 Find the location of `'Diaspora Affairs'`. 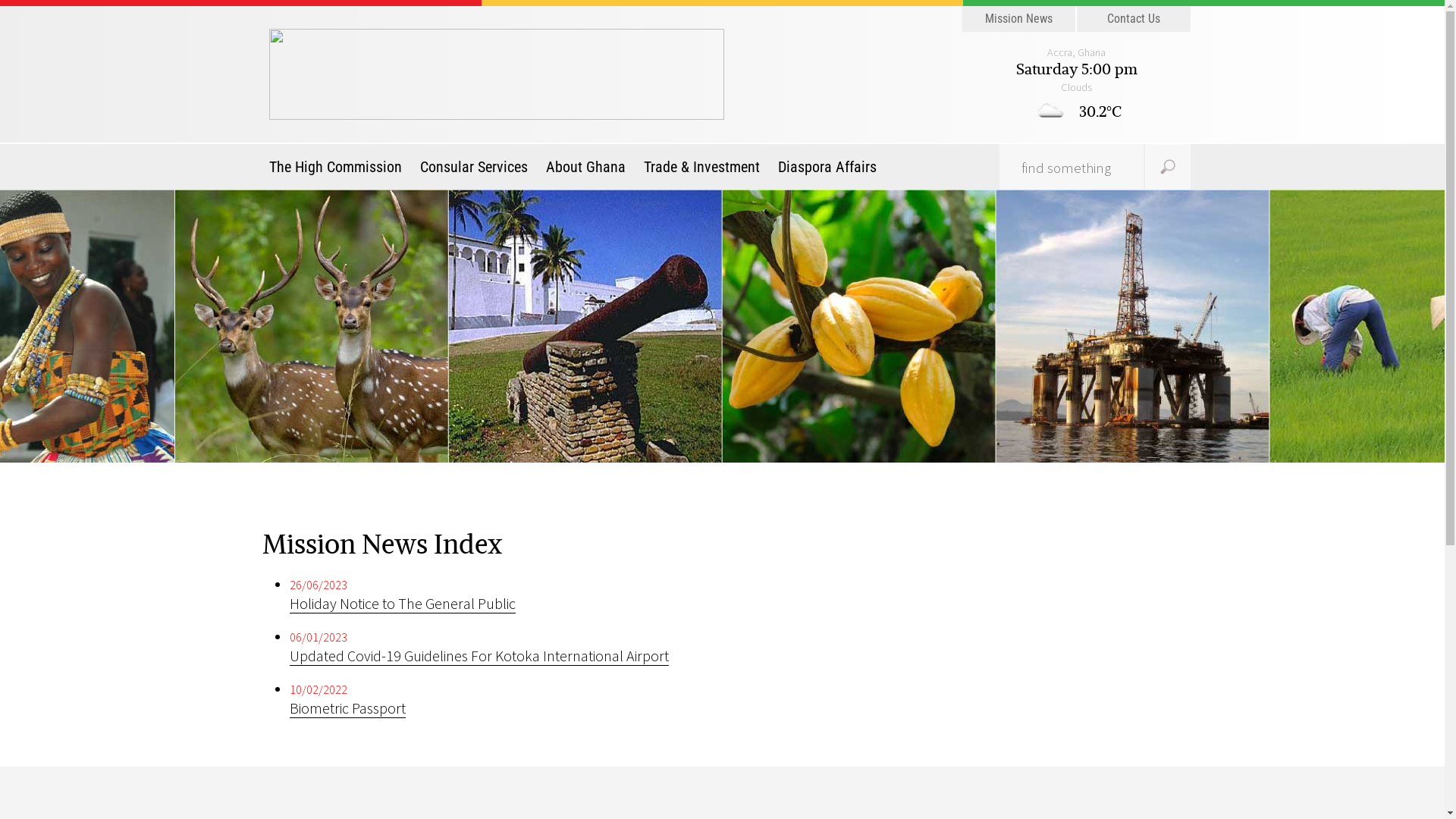

'Diaspora Affairs' is located at coordinates (826, 166).